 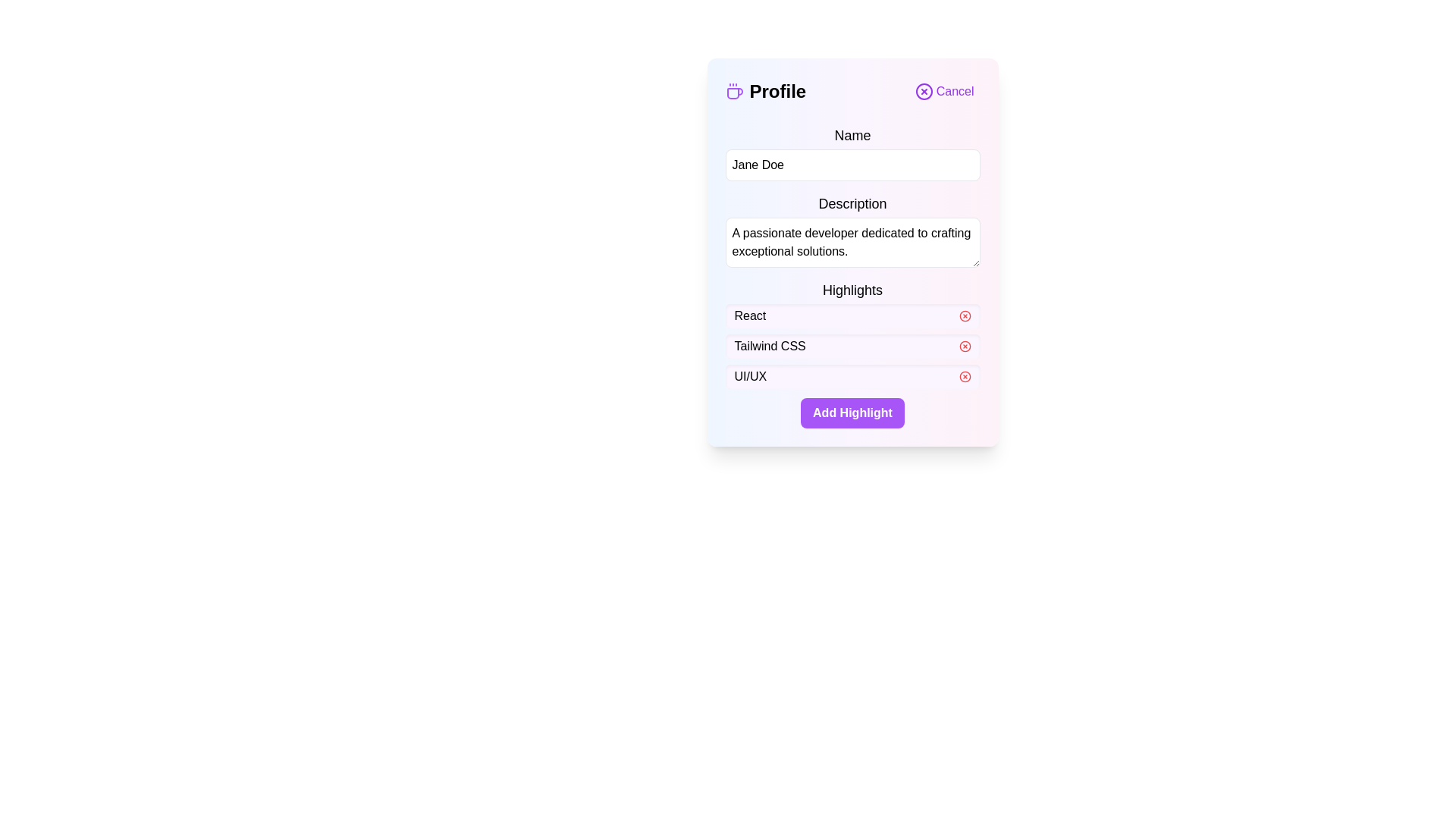 What do you see at coordinates (852, 242) in the screenshot?
I see `the multi-line text input field located below the 'Description' label to focus on it` at bounding box center [852, 242].